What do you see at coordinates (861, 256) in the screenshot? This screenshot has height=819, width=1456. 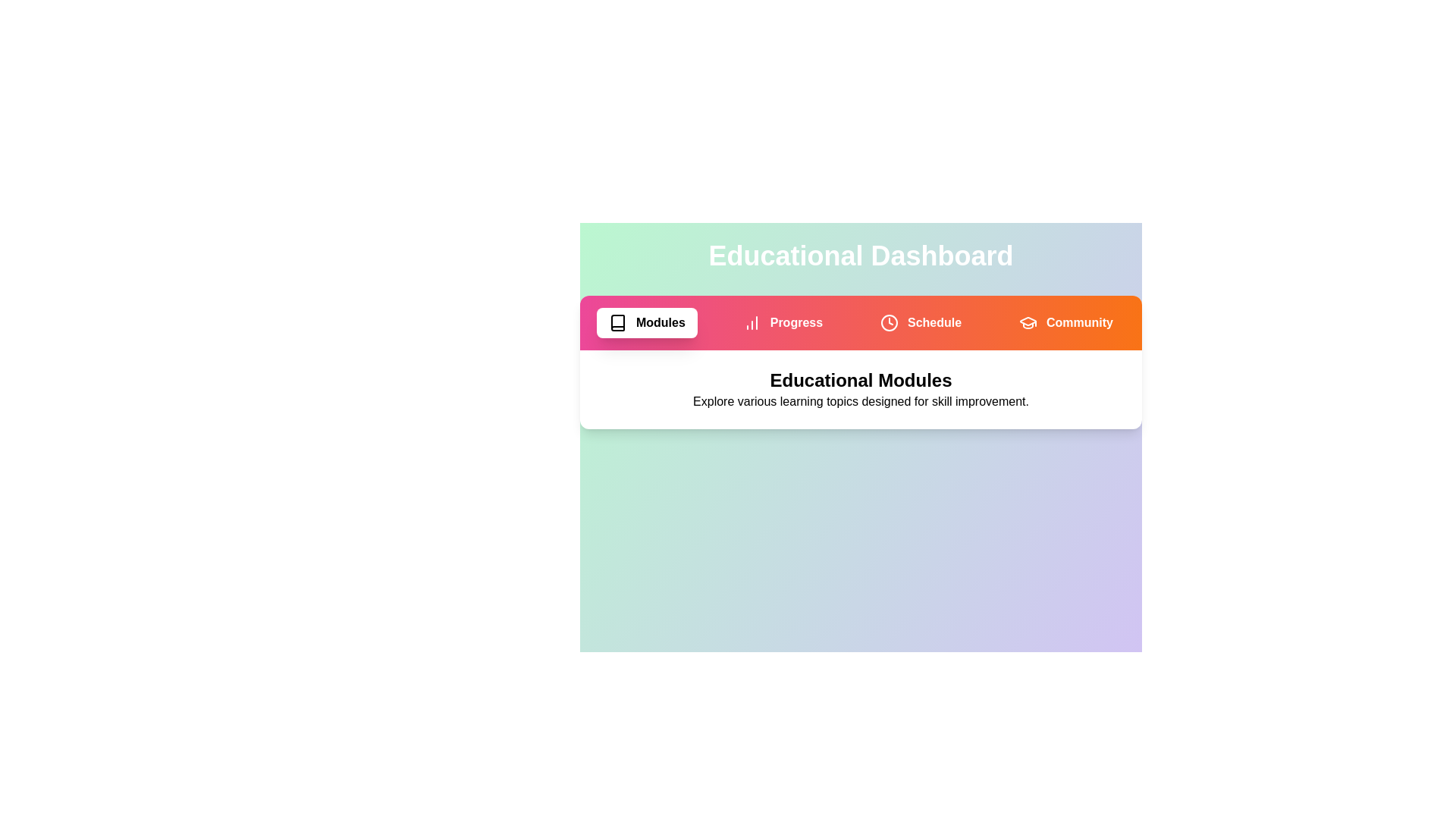 I see `the prominently styled title 'Educational Dashboard' located at the top of the interface, which features bold white text against a gradient background` at bounding box center [861, 256].